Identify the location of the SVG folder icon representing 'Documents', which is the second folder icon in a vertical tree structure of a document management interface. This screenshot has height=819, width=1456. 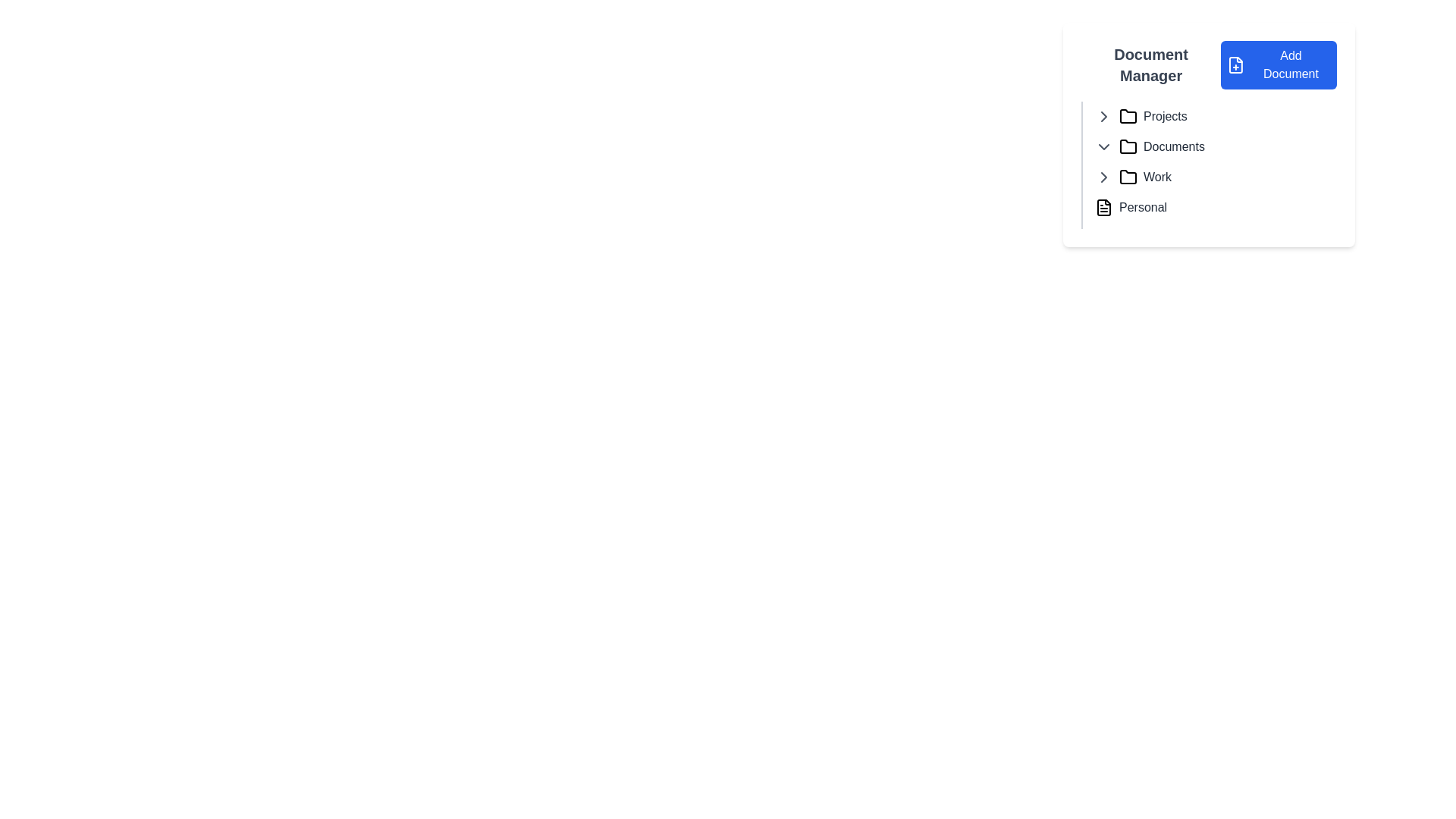
(1128, 146).